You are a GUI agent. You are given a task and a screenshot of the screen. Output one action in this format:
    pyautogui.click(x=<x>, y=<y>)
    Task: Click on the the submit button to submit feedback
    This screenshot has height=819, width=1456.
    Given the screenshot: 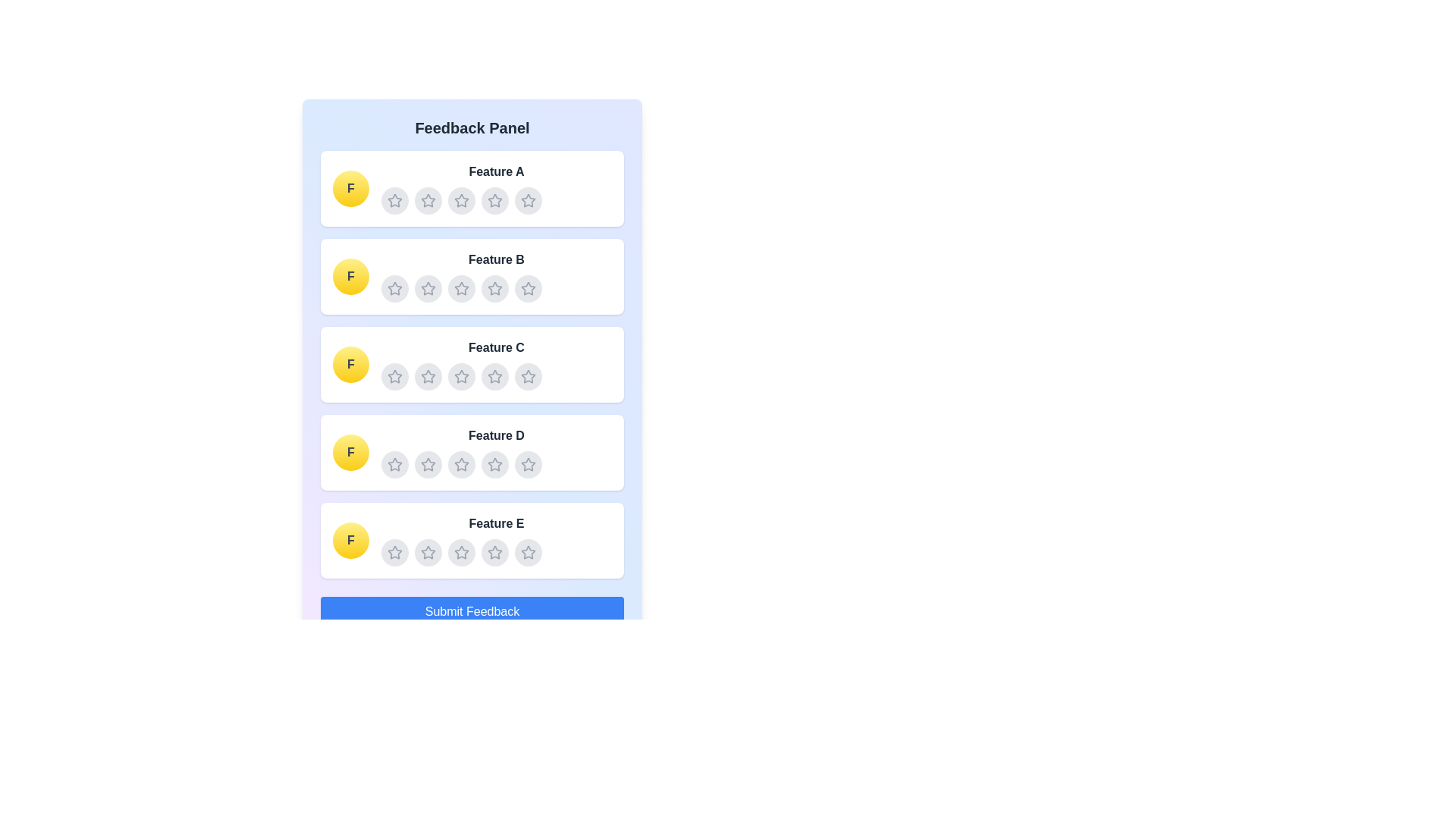 What is the action you would take?
    pyautogui.click(x=472, y=610)
    